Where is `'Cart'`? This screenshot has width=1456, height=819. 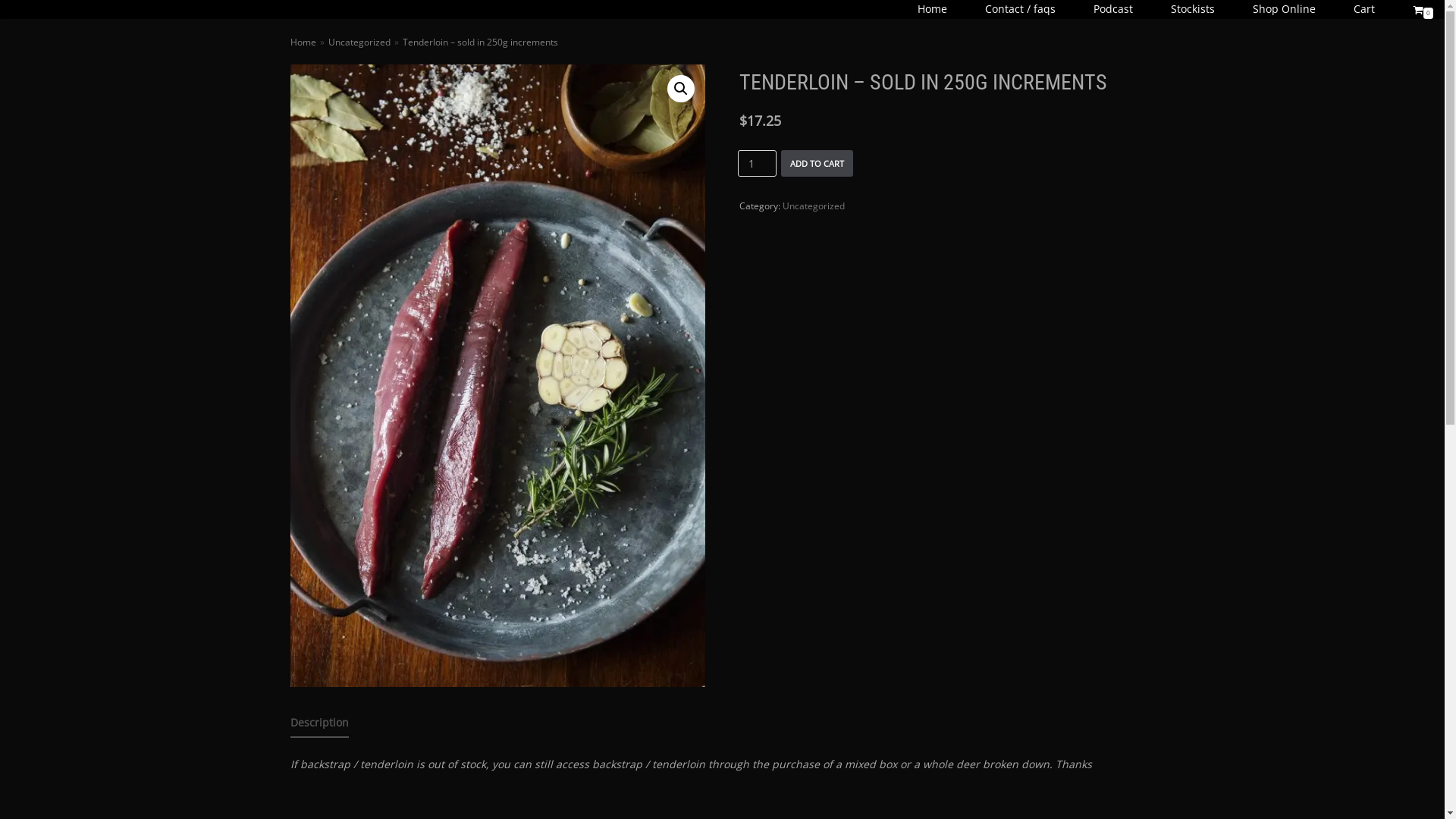
'Cart' is located at coordinates (1364, 9).